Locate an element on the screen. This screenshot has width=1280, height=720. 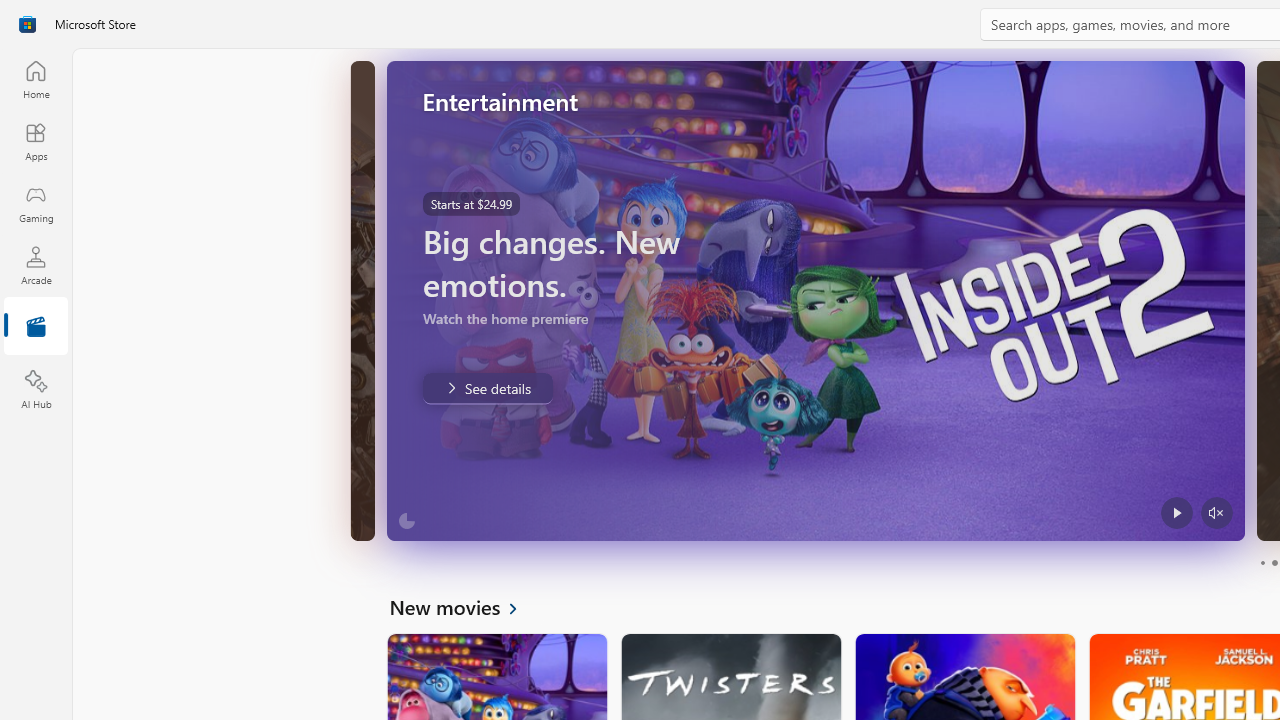
'Page 2' is located at coordinates (1273, 563).